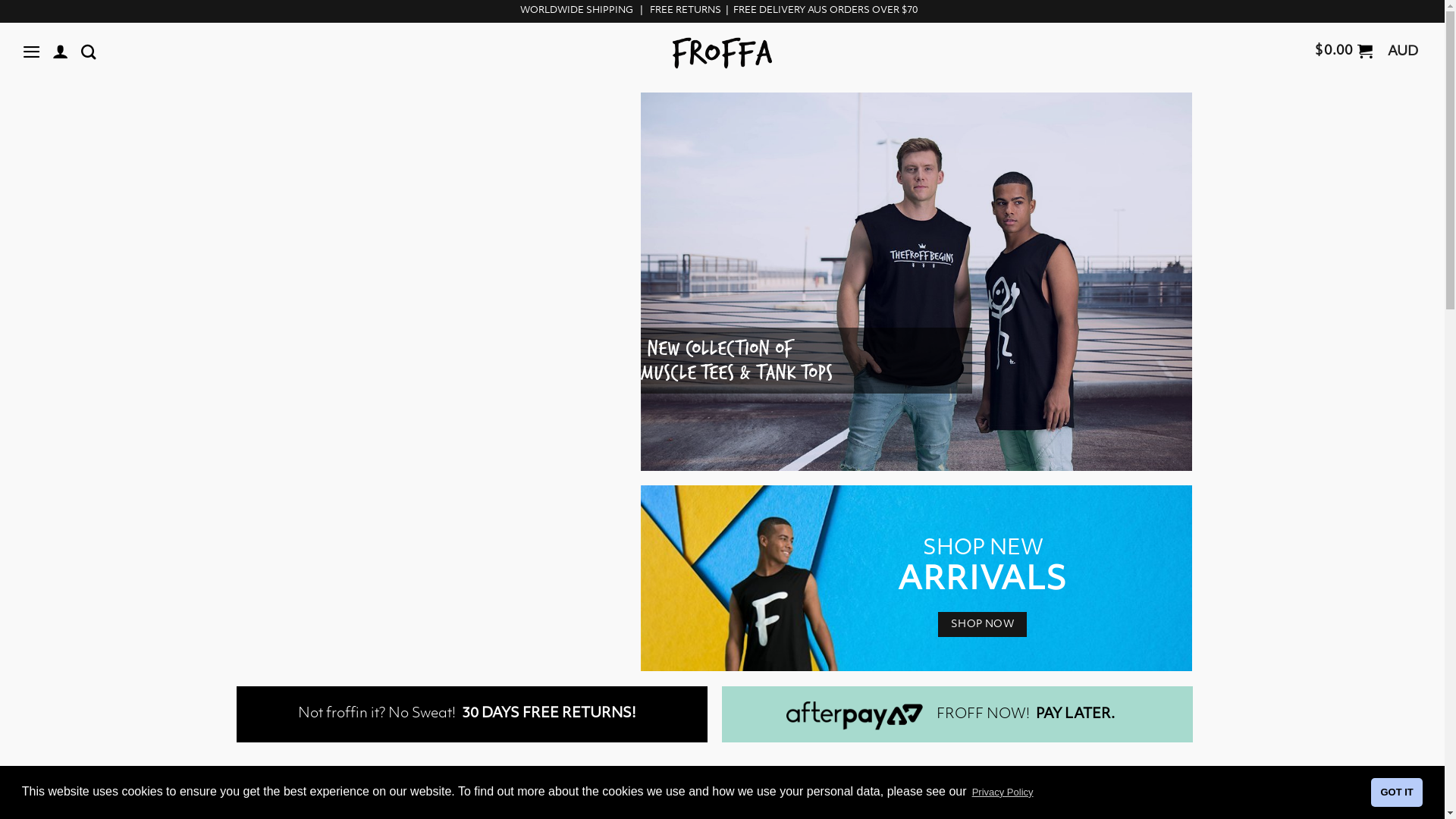 The image size is (1456, 819). I want to click on 'FROFFA - LIKE NO OTHER', so click(721, 52).